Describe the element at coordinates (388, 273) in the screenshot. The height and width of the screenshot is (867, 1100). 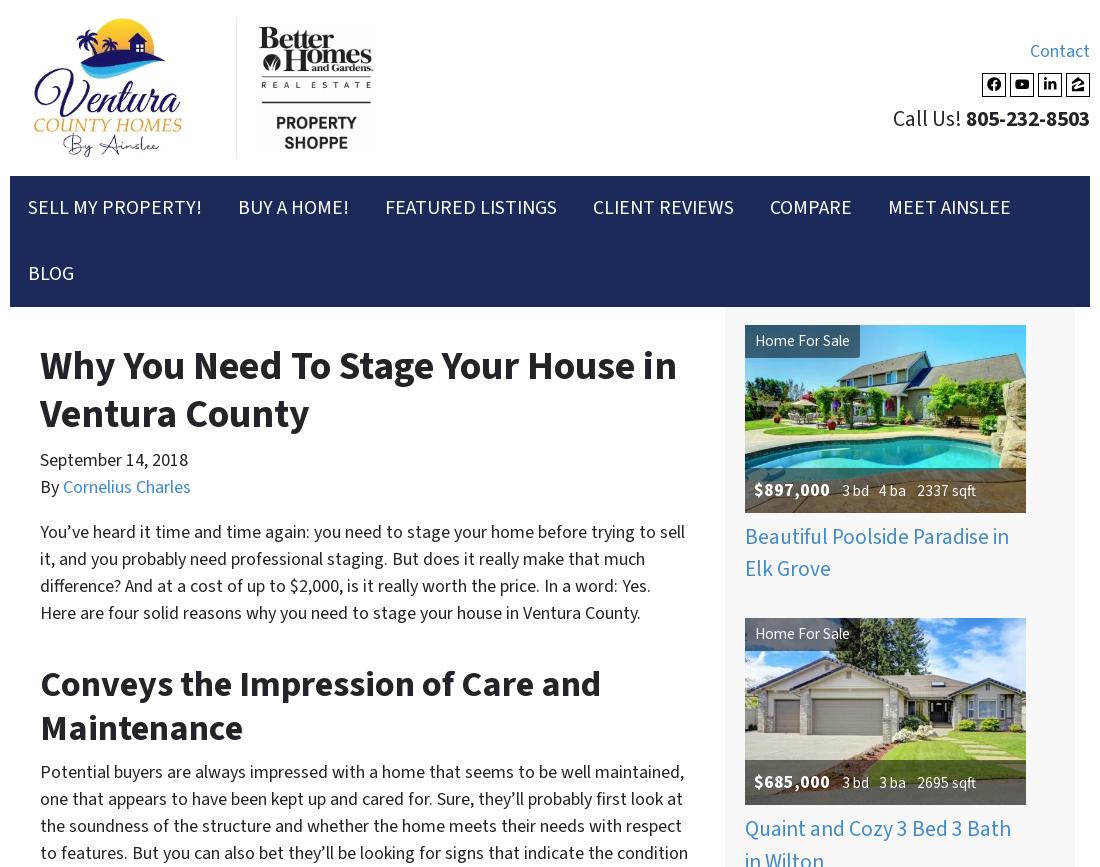
I see `'Last'` at that location.